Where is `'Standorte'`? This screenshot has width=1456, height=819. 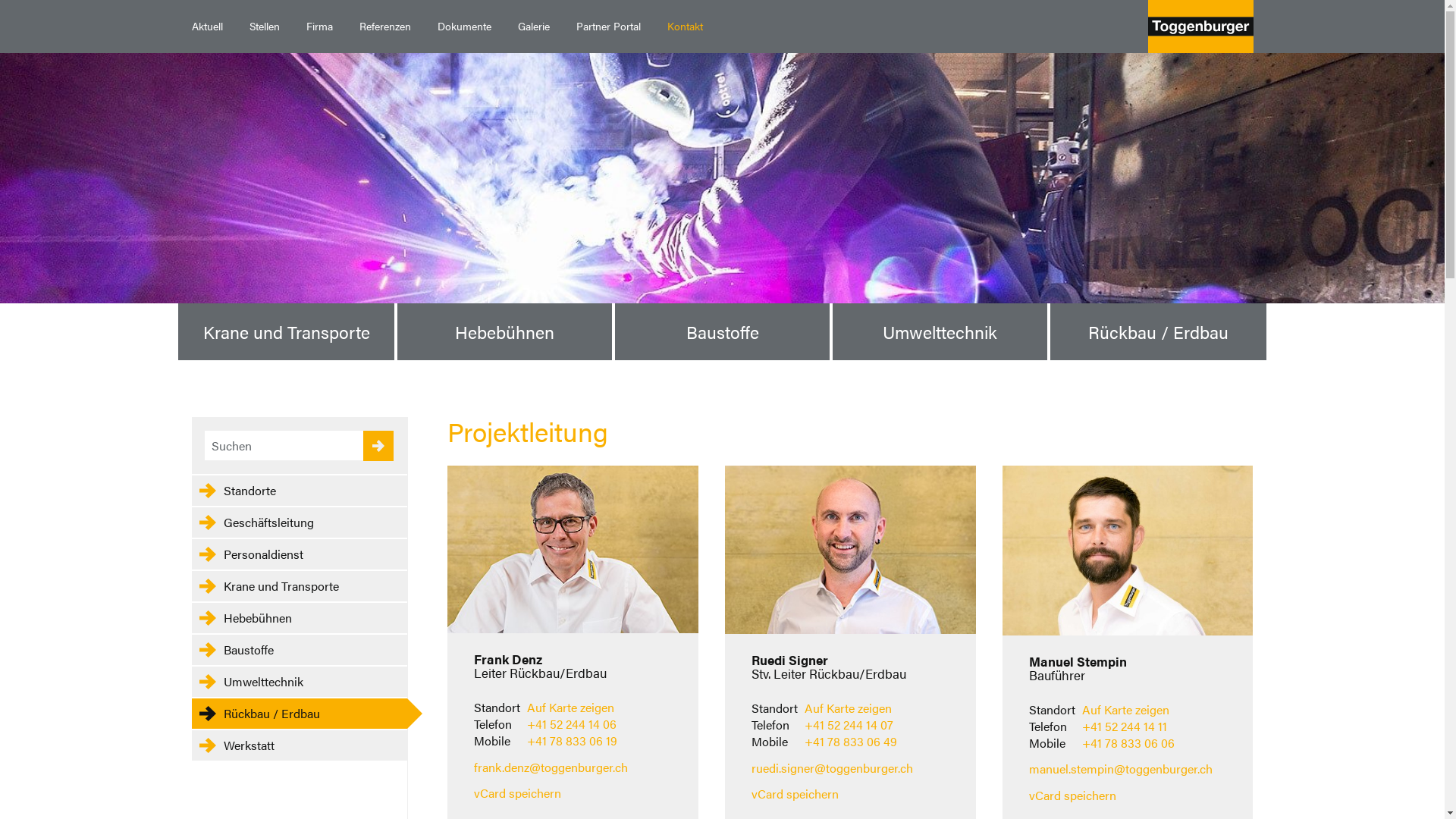 'Standorte' is located at coordinates (298, 491).